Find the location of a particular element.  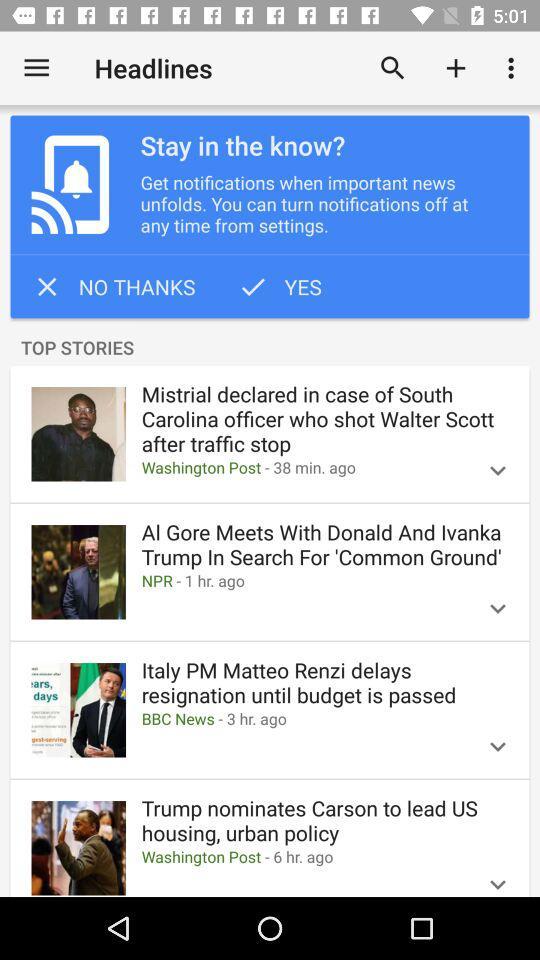

item below top stories item is located at coordinates (325, 418).